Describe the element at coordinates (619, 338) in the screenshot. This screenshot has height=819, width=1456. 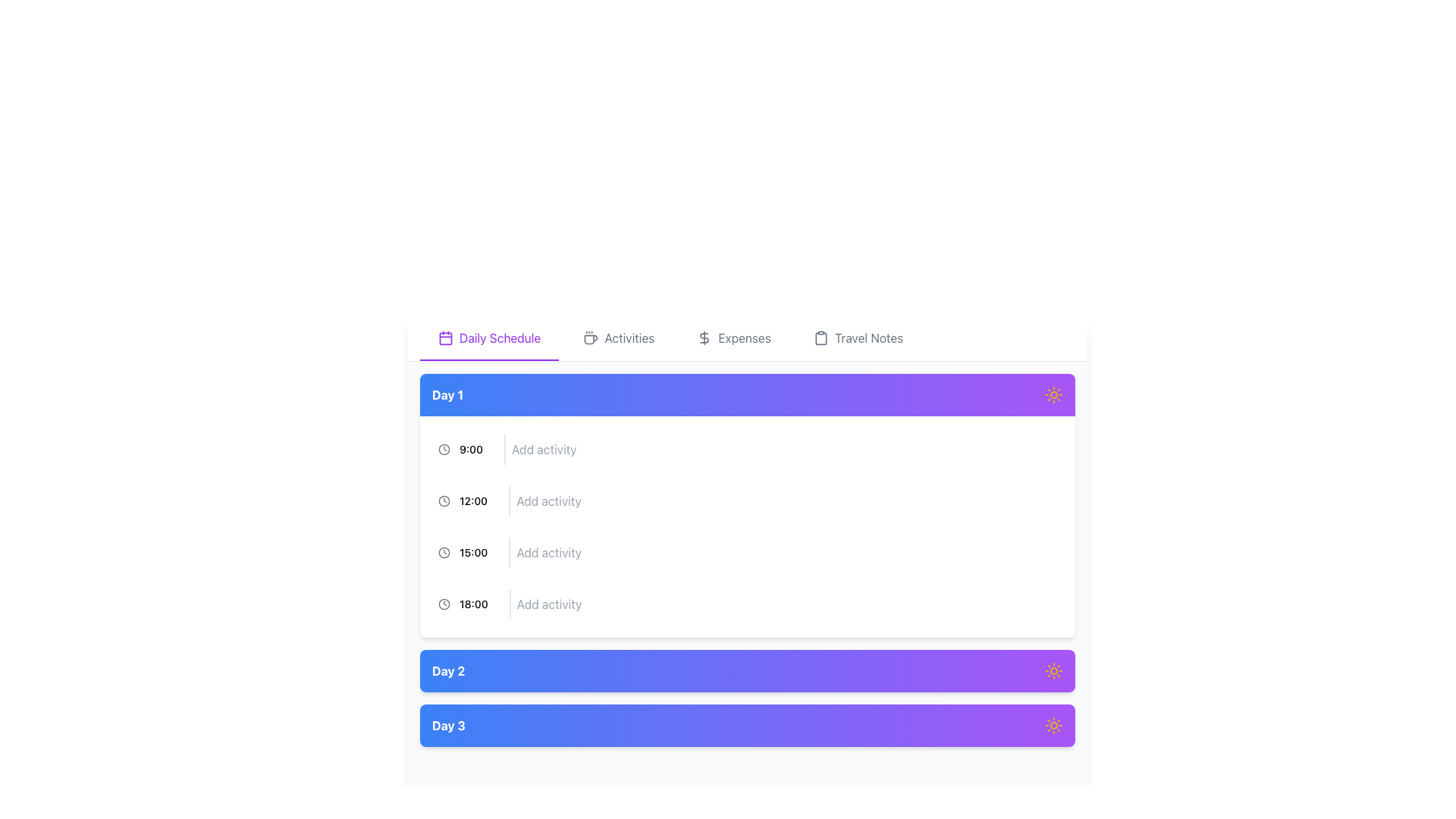
I see `the 'Activities' navigation button, which features an icon resembling a cup and is styled in gray` at that location.